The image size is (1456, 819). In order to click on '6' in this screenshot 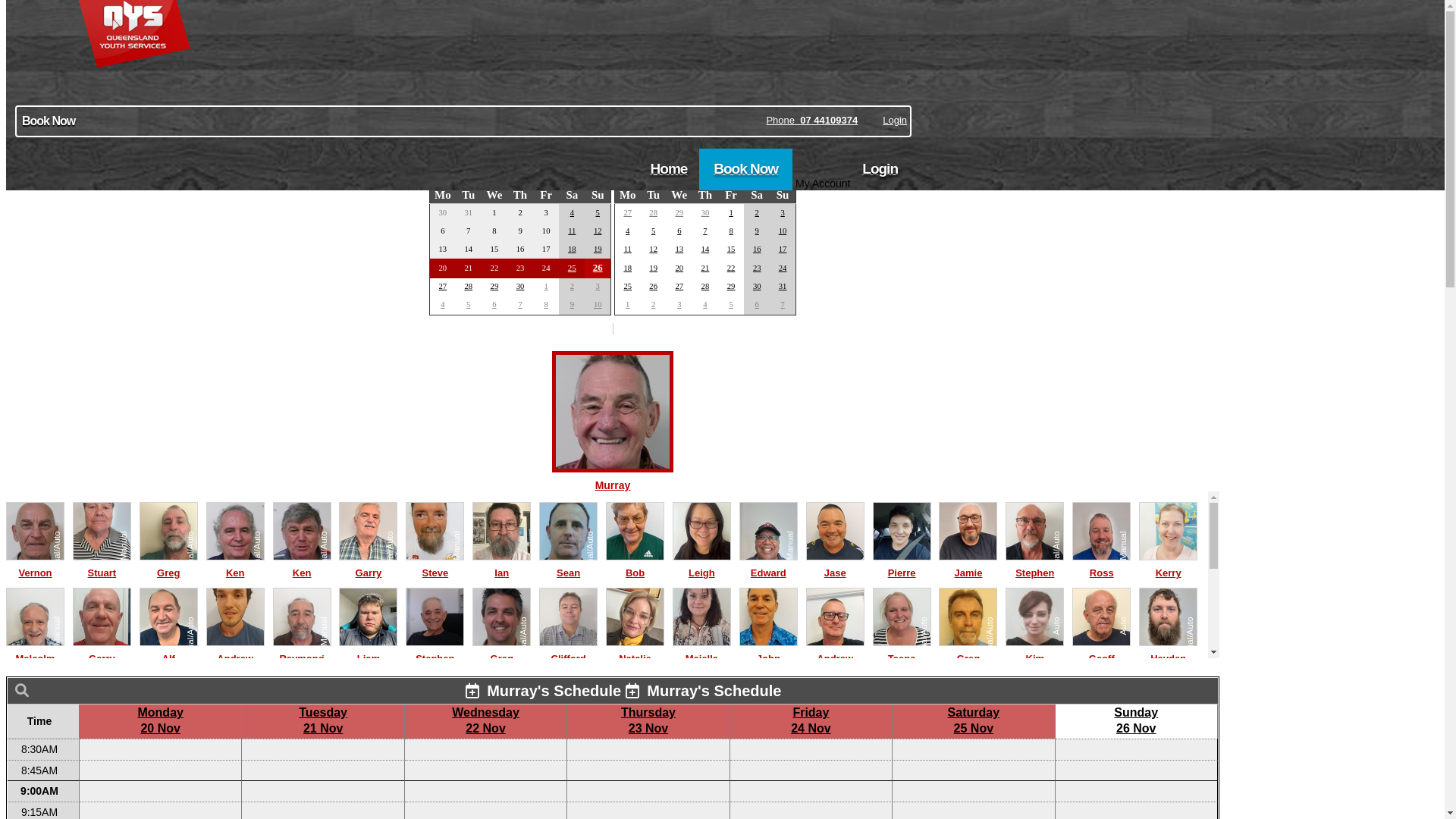, I will do `click(678, 231)`.